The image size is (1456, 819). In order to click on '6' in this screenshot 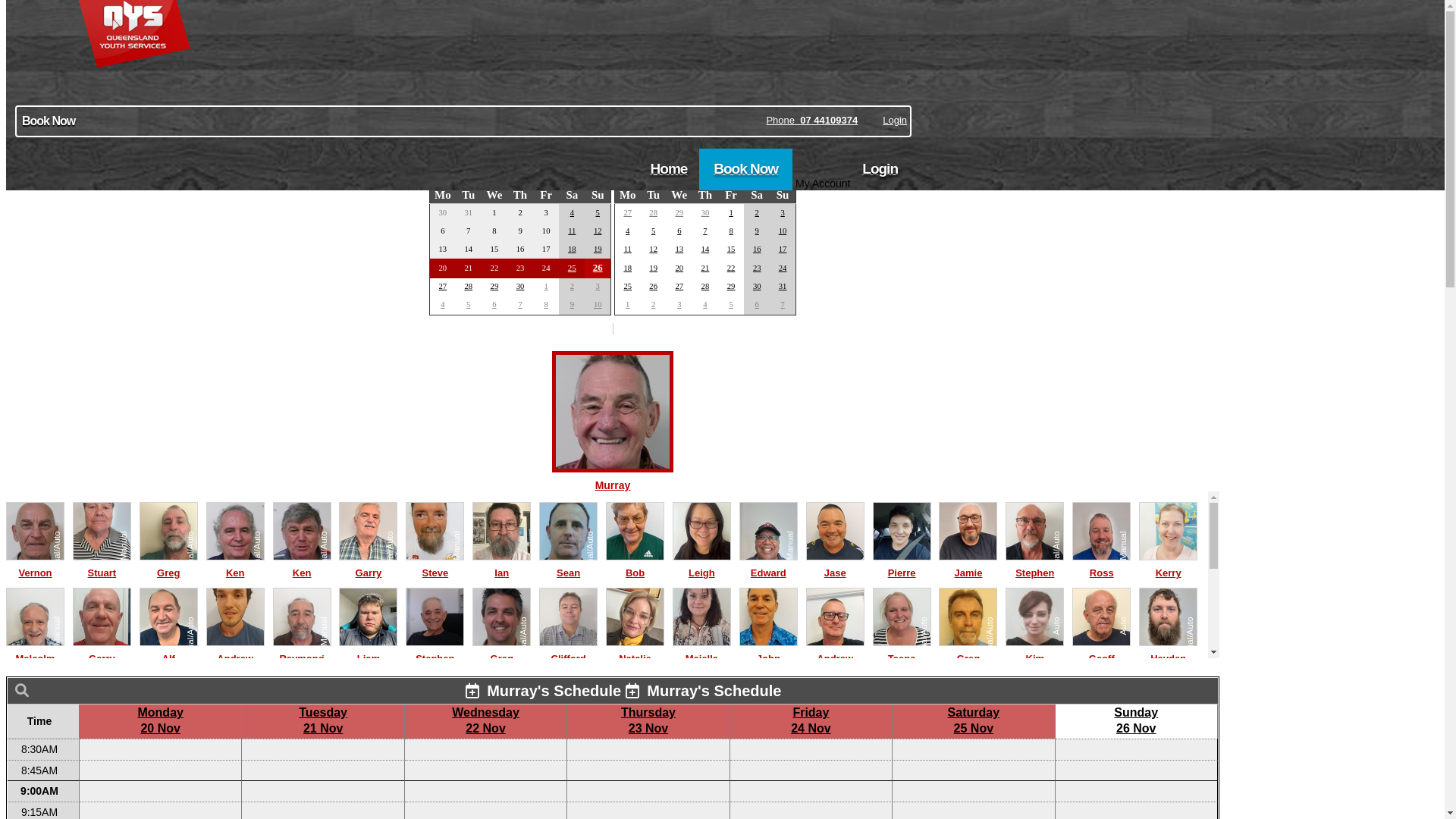, I will do `click(678, 231)`.